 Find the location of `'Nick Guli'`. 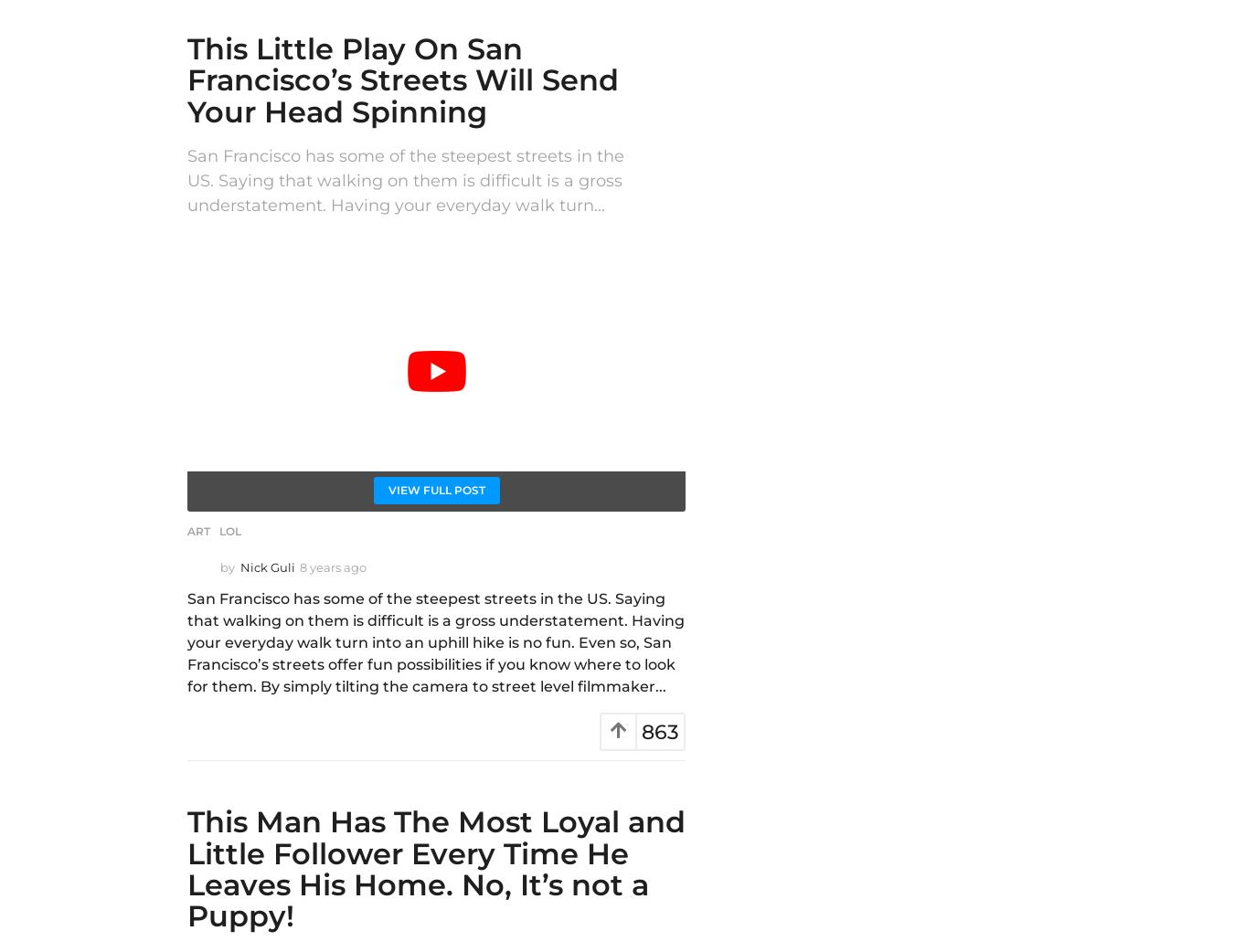

'Nick Guli' is located at coordinates (266, 567).